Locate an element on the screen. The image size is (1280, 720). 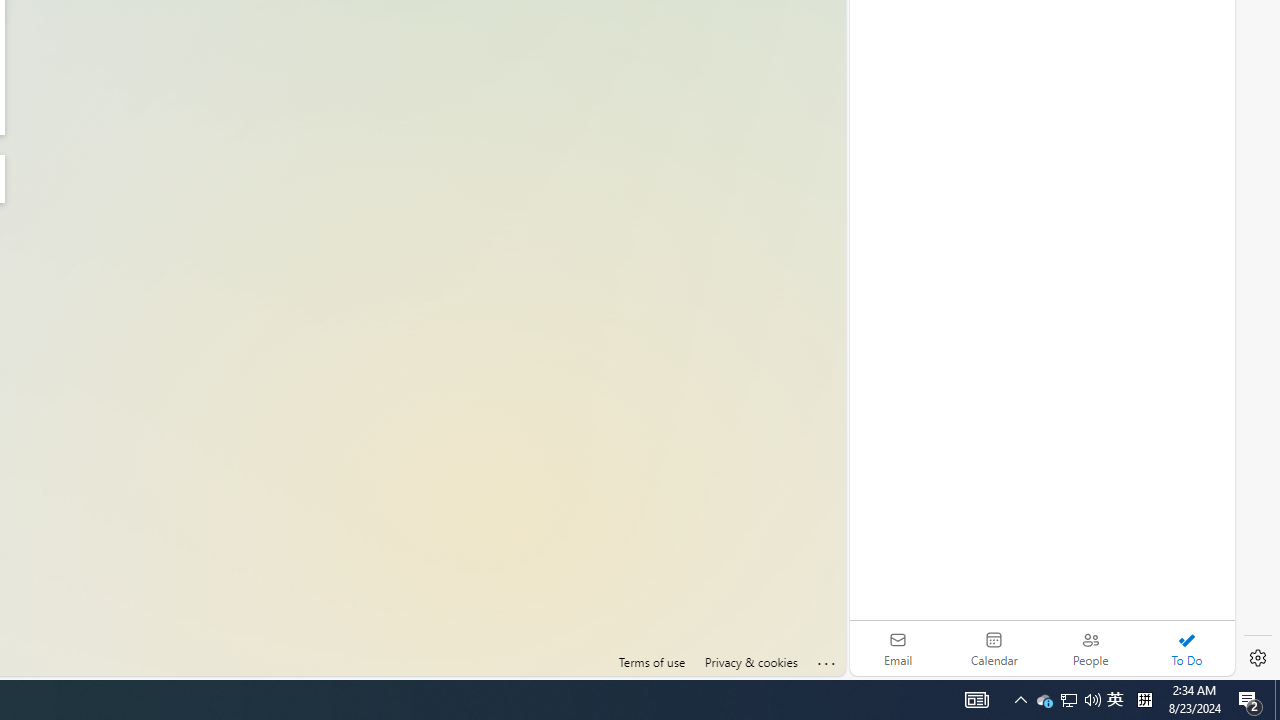
'People' is located at coordinates (1089, 648).